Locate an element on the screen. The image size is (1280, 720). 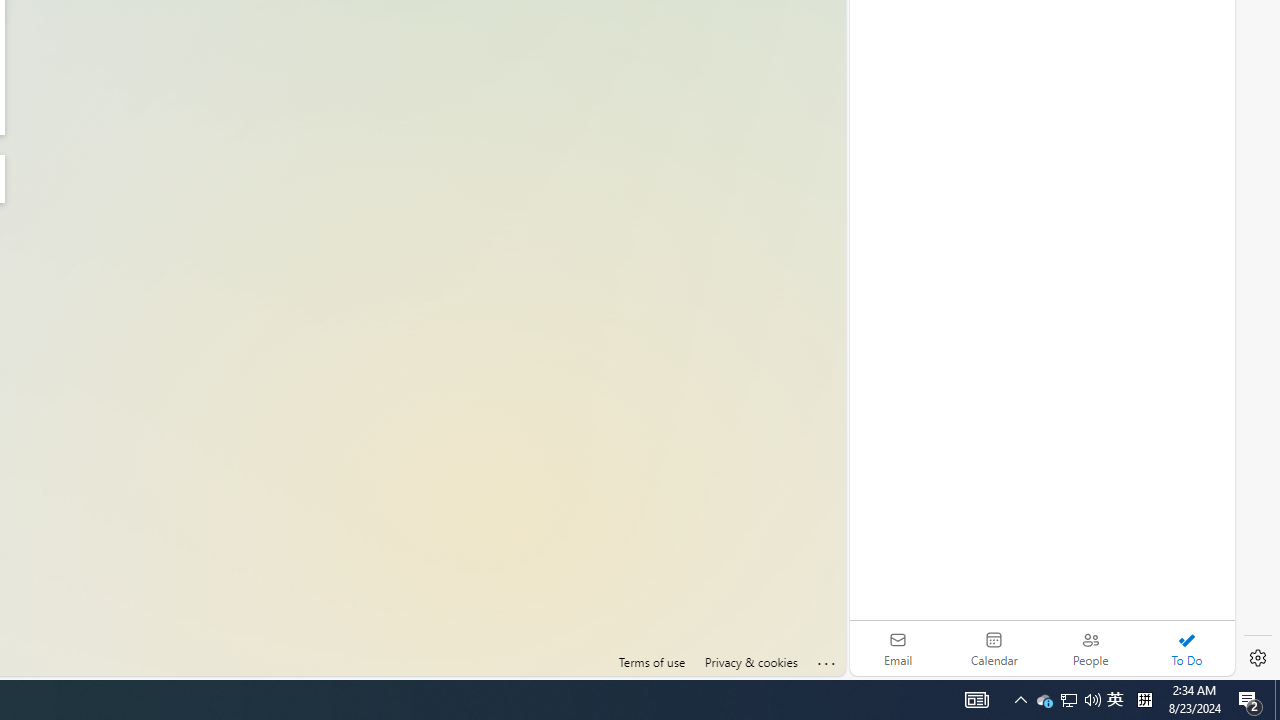
'People' is located at coordinates (1089, 648).